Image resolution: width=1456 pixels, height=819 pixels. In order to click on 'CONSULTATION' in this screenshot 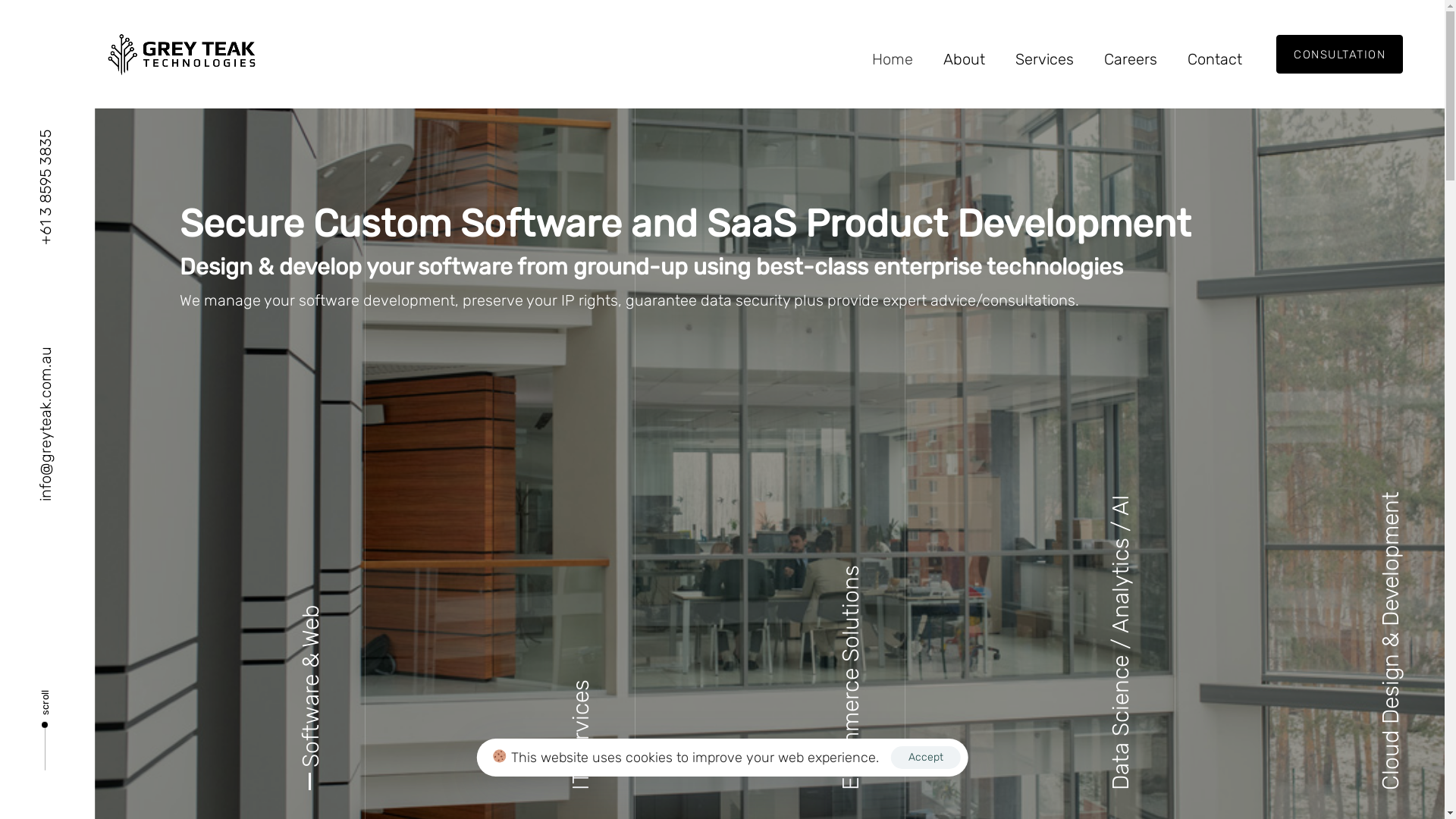, I will do `click(1339, 53)`.